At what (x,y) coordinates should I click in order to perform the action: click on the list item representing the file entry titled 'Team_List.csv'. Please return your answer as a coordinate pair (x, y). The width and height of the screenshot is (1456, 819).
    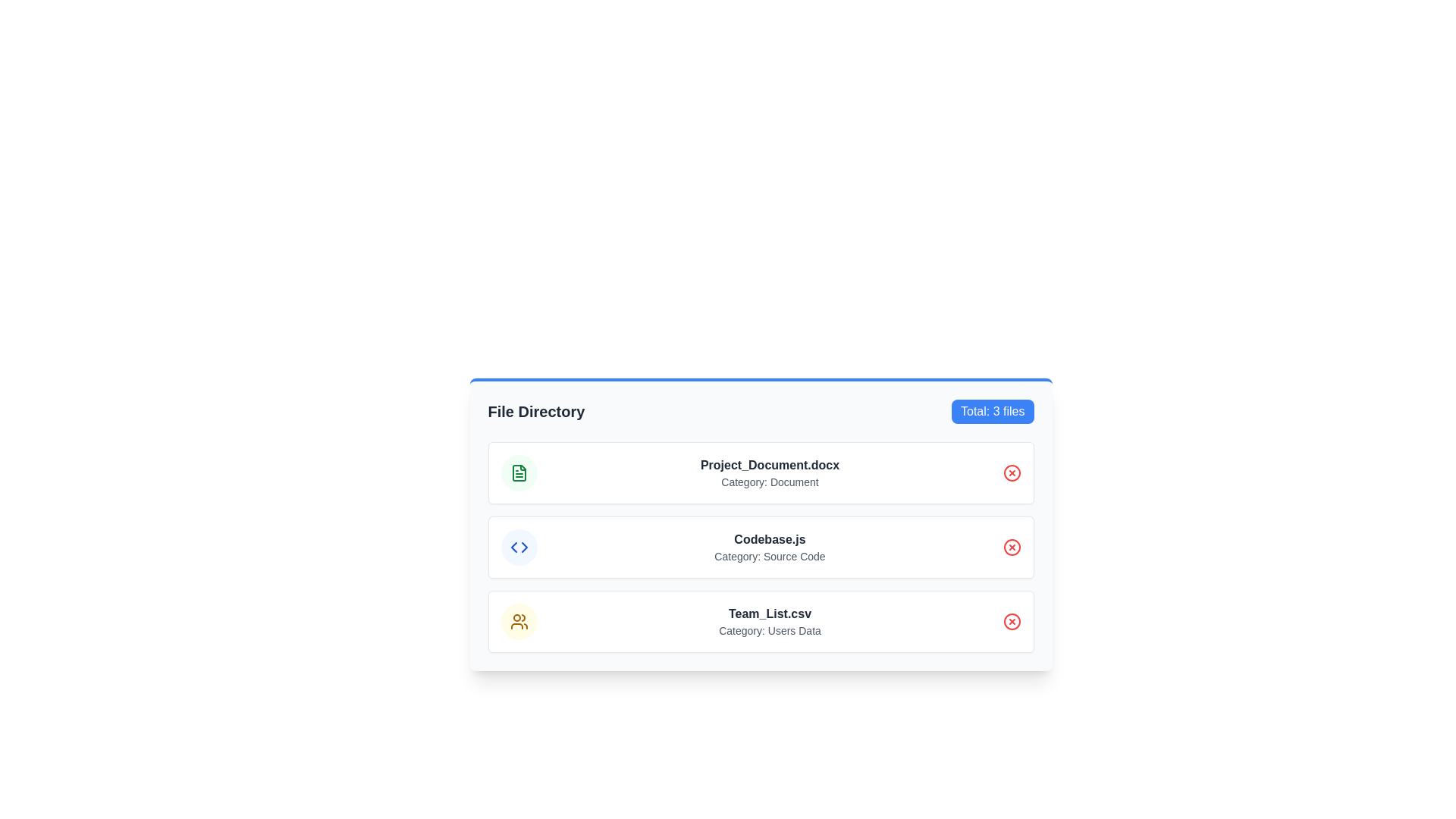
    Looking at the image, I should click on (770, 622).